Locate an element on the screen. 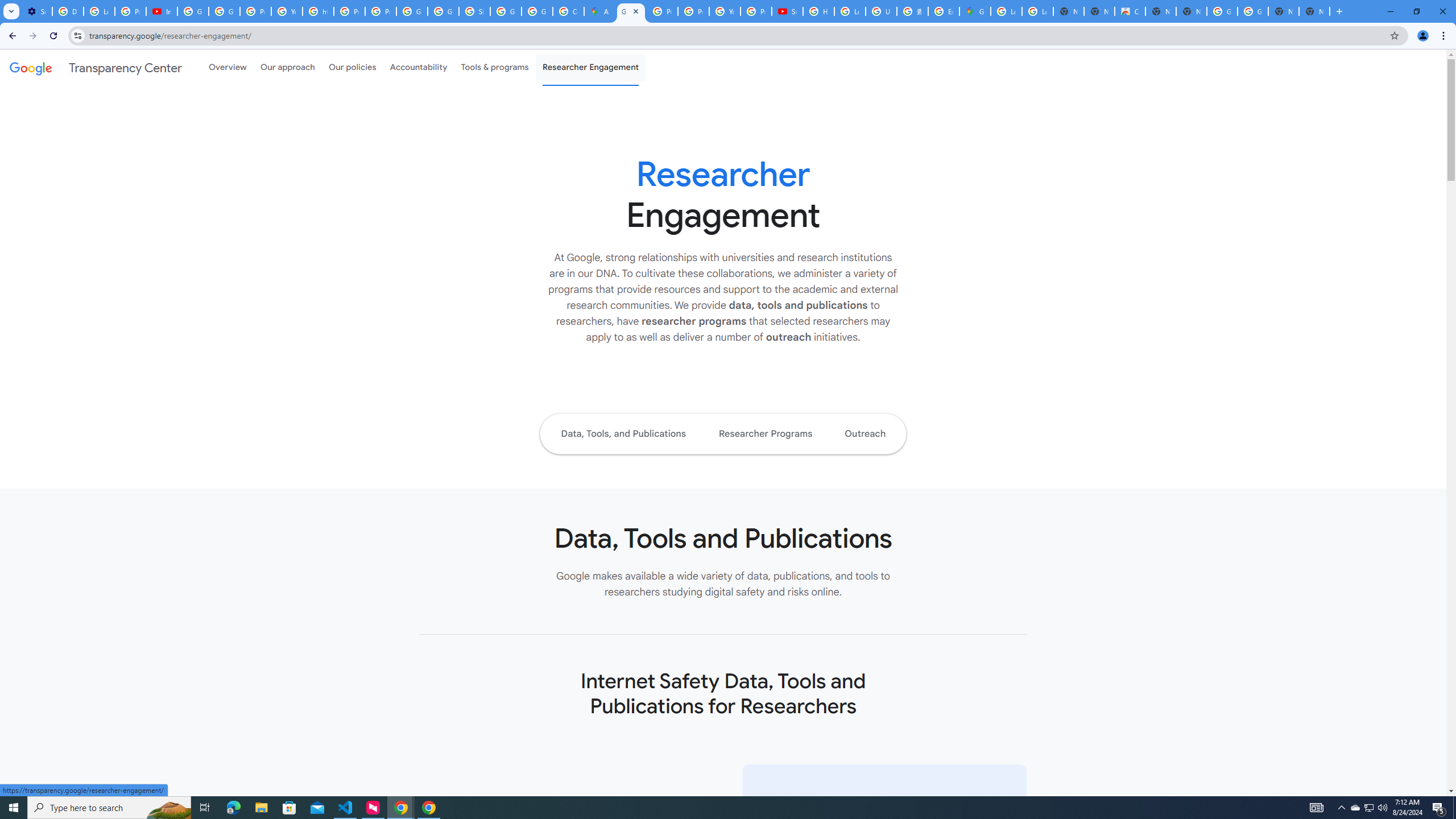 The width and height of the screenshot is (1456, 819). 'Google Images' is located at coordinates (1222, 11).